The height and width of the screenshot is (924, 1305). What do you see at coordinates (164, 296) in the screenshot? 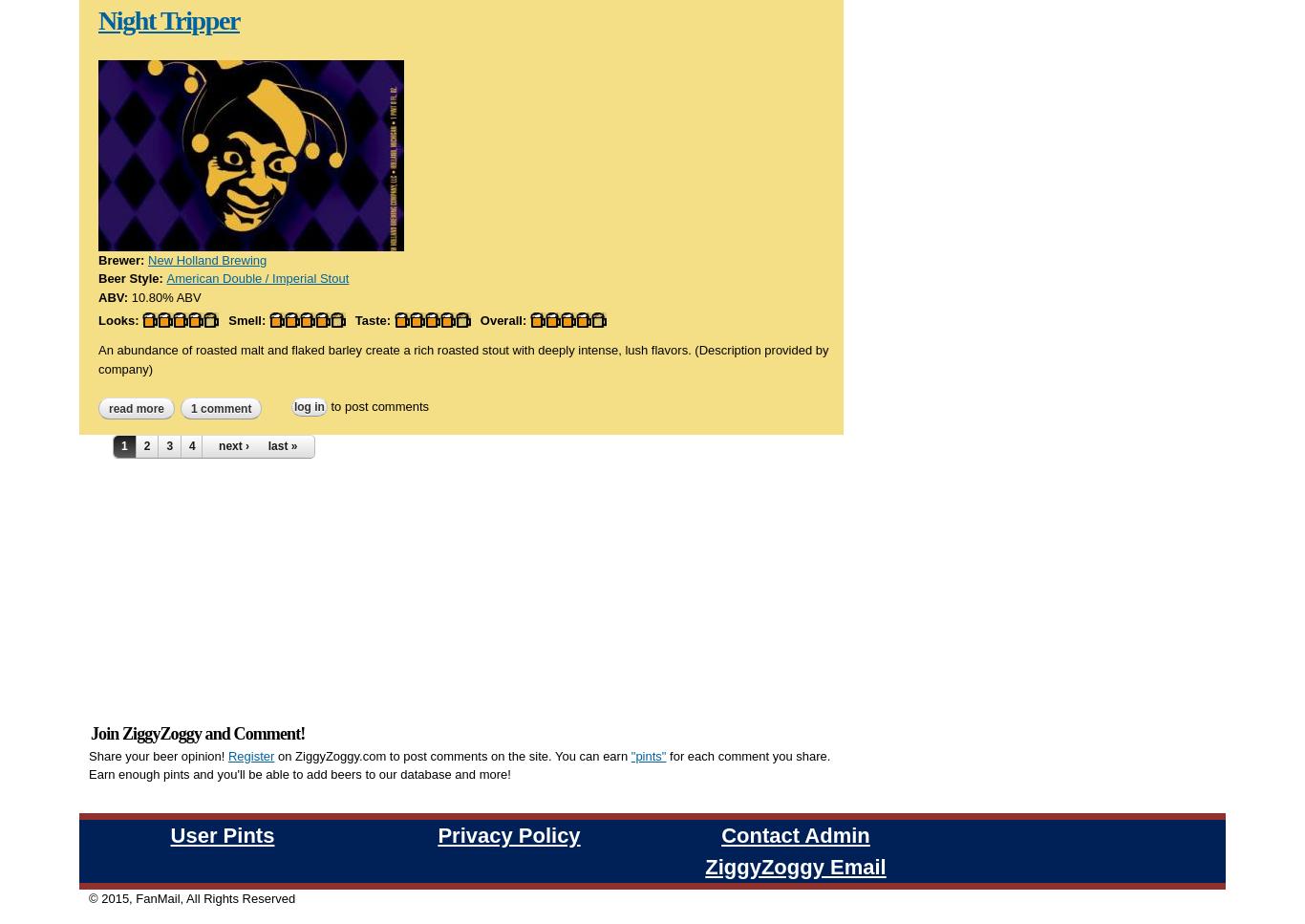
I see `'10.80% ABV'` at bounding box center [164, 296].